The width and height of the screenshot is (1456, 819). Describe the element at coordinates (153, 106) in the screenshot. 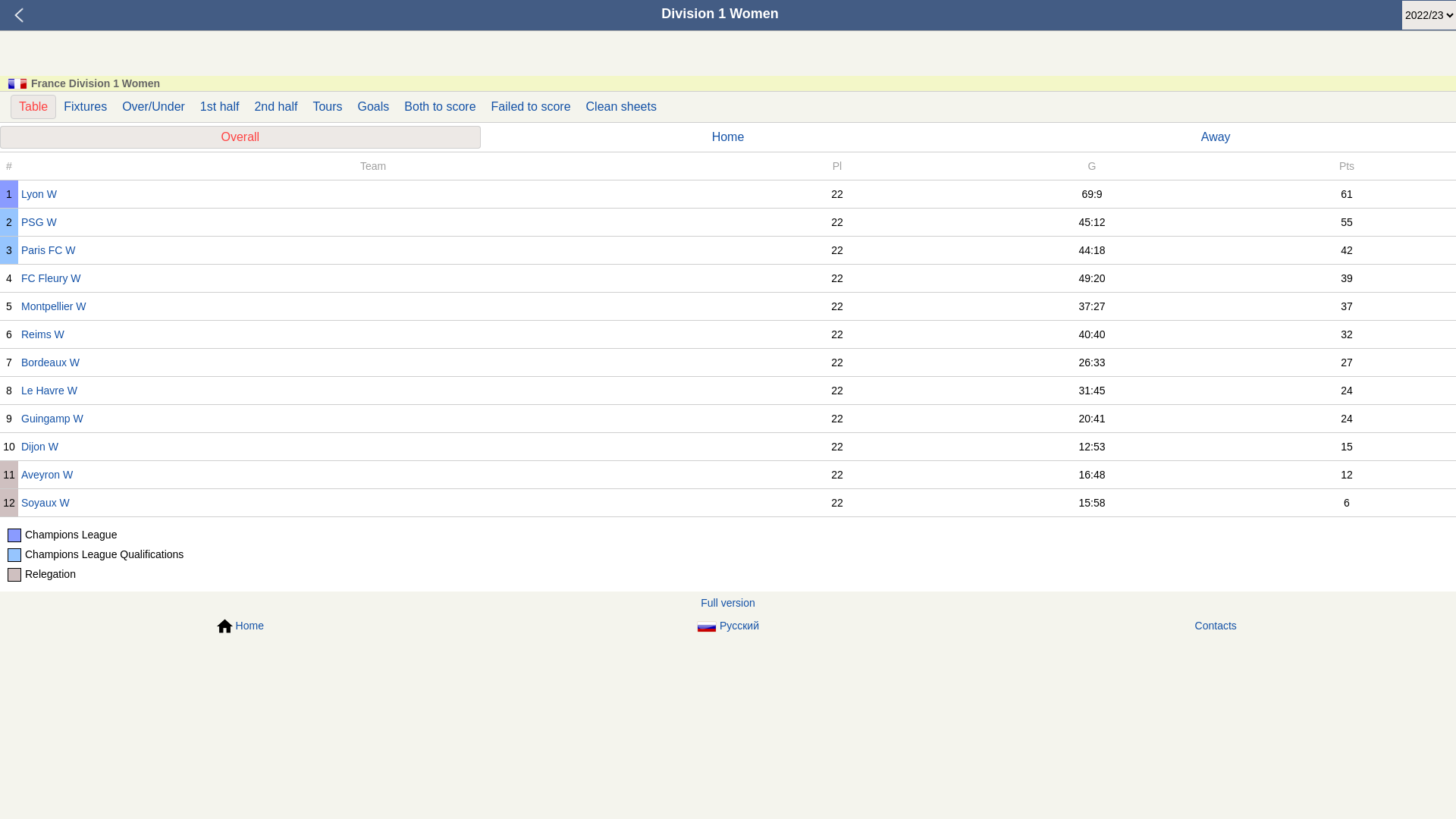

I see `'Over/Under'` at that location.